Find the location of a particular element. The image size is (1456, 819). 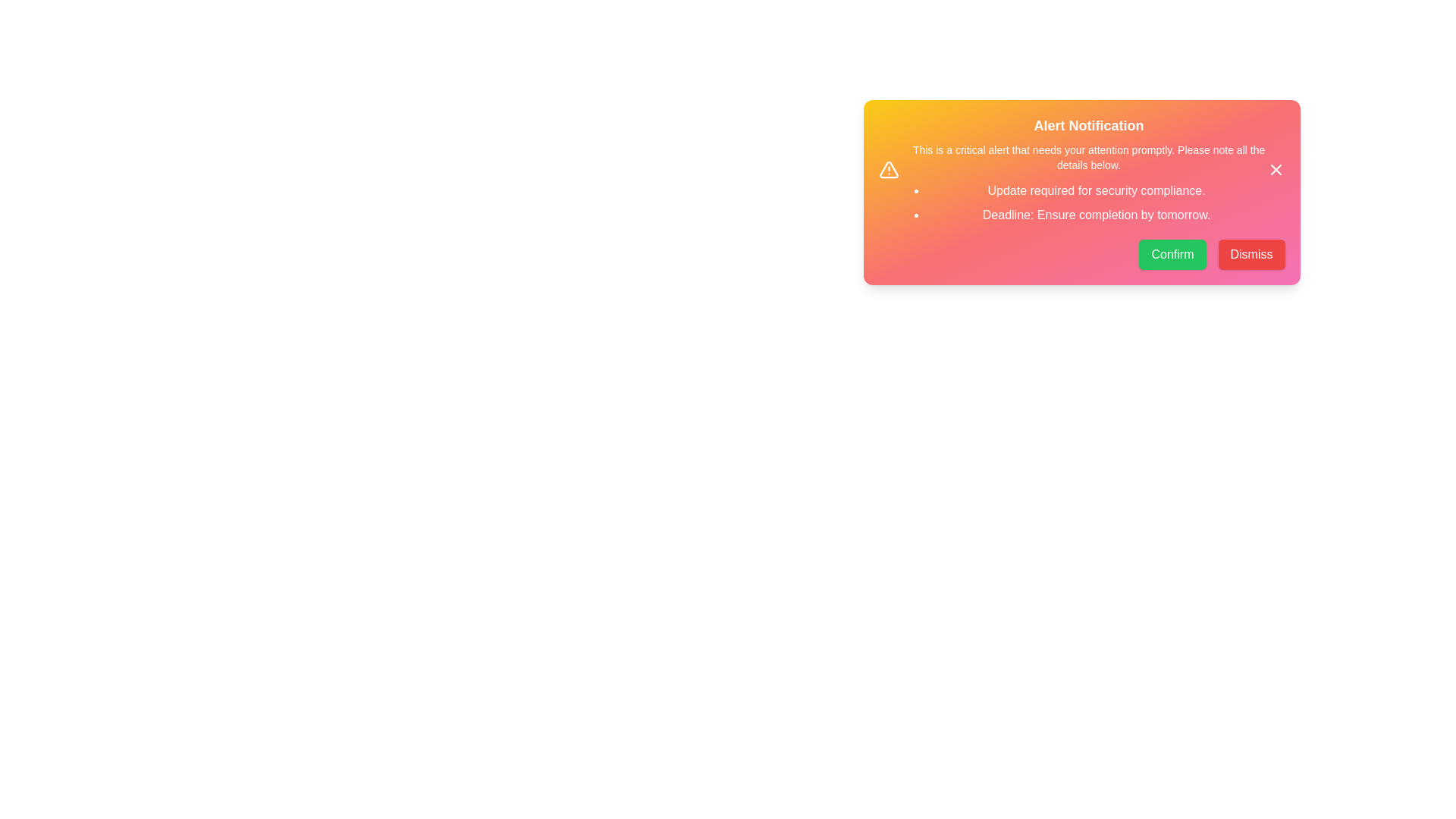

the close button located at the top-right corner of the alert is located at coordinates (1275, 169).